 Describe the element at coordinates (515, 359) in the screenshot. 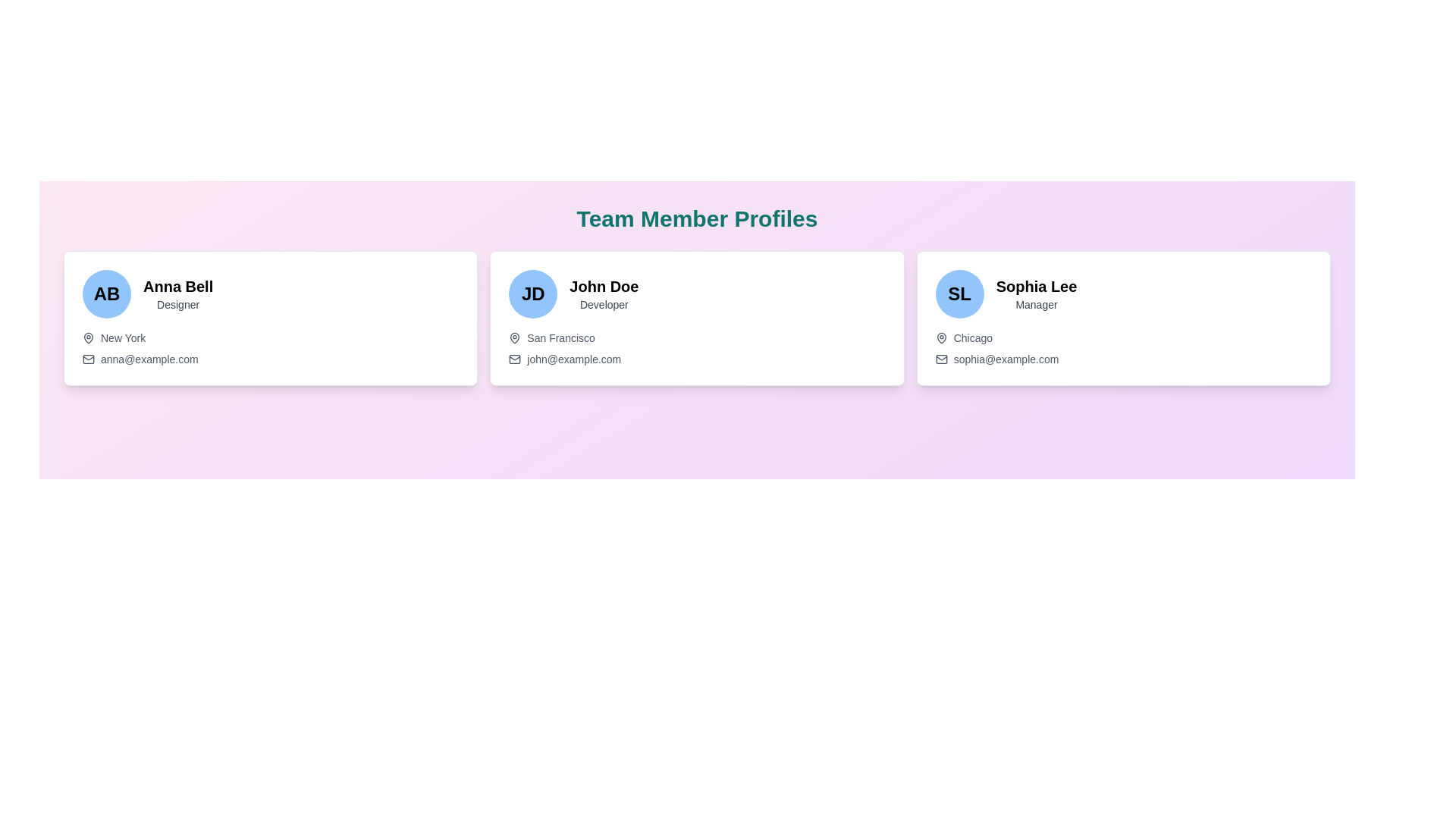

I see `the email icon located in the second card from the left in the 'Team Member Profiles' section, situated above the text 'john@example.com'` at that location.